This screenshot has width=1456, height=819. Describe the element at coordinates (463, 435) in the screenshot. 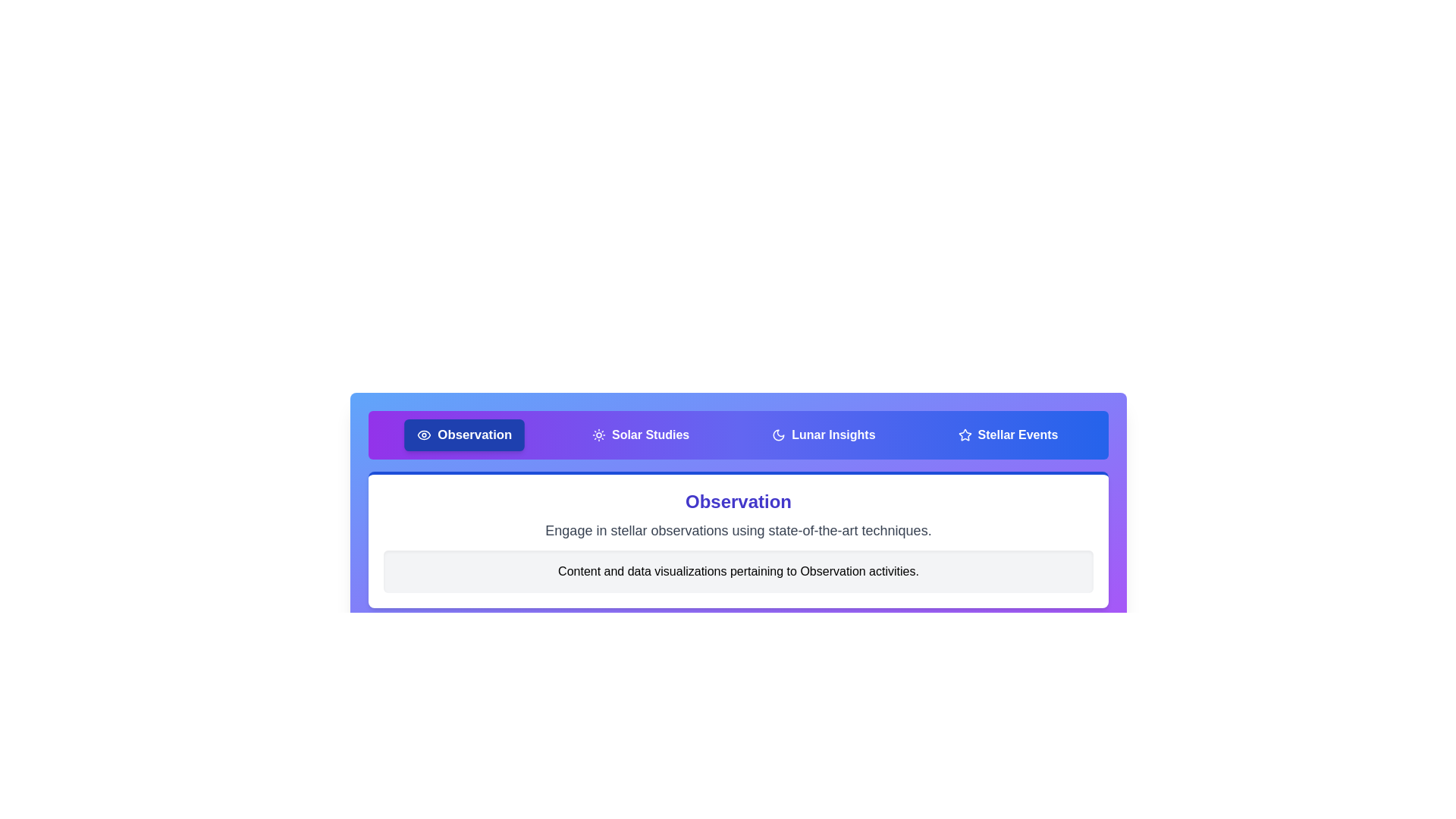

I see `the tab corresponding to Observation to view its content` at that location.